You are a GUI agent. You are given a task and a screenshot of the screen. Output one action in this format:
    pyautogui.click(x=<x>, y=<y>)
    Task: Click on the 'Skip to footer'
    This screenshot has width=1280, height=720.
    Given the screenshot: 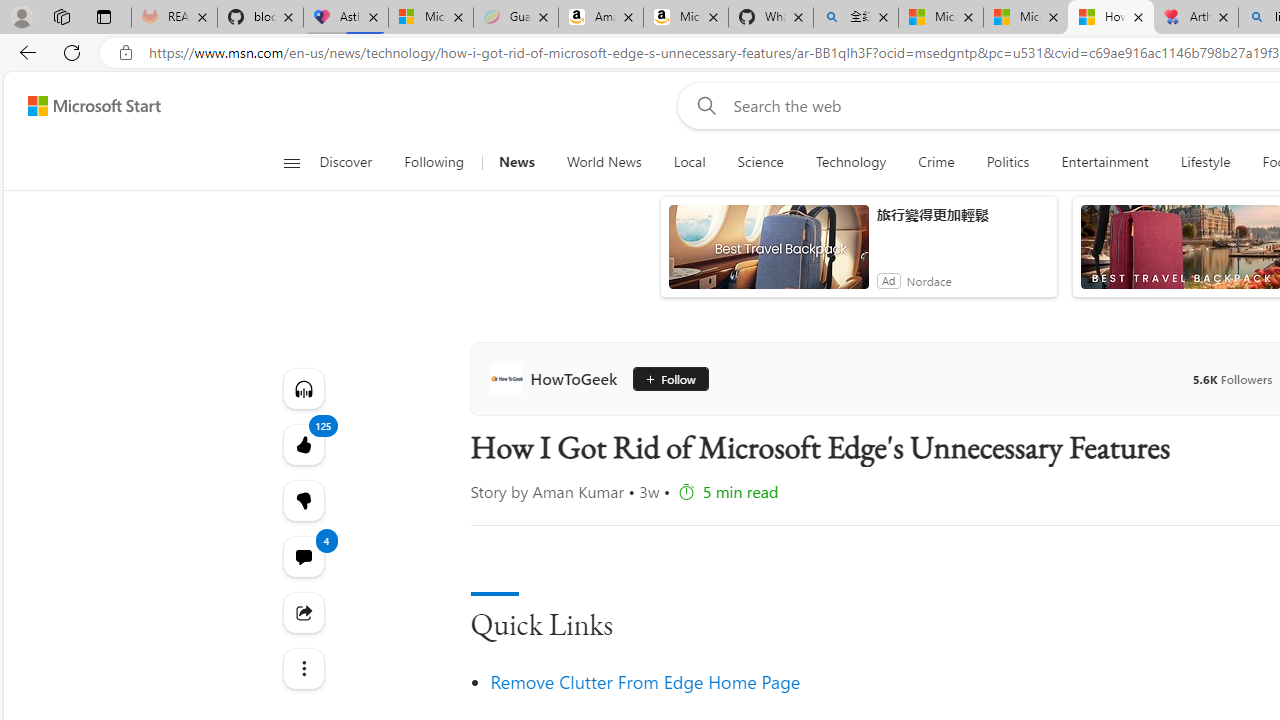 What is the action you would take?
    pyautogui.click(x=81, y=105)
    